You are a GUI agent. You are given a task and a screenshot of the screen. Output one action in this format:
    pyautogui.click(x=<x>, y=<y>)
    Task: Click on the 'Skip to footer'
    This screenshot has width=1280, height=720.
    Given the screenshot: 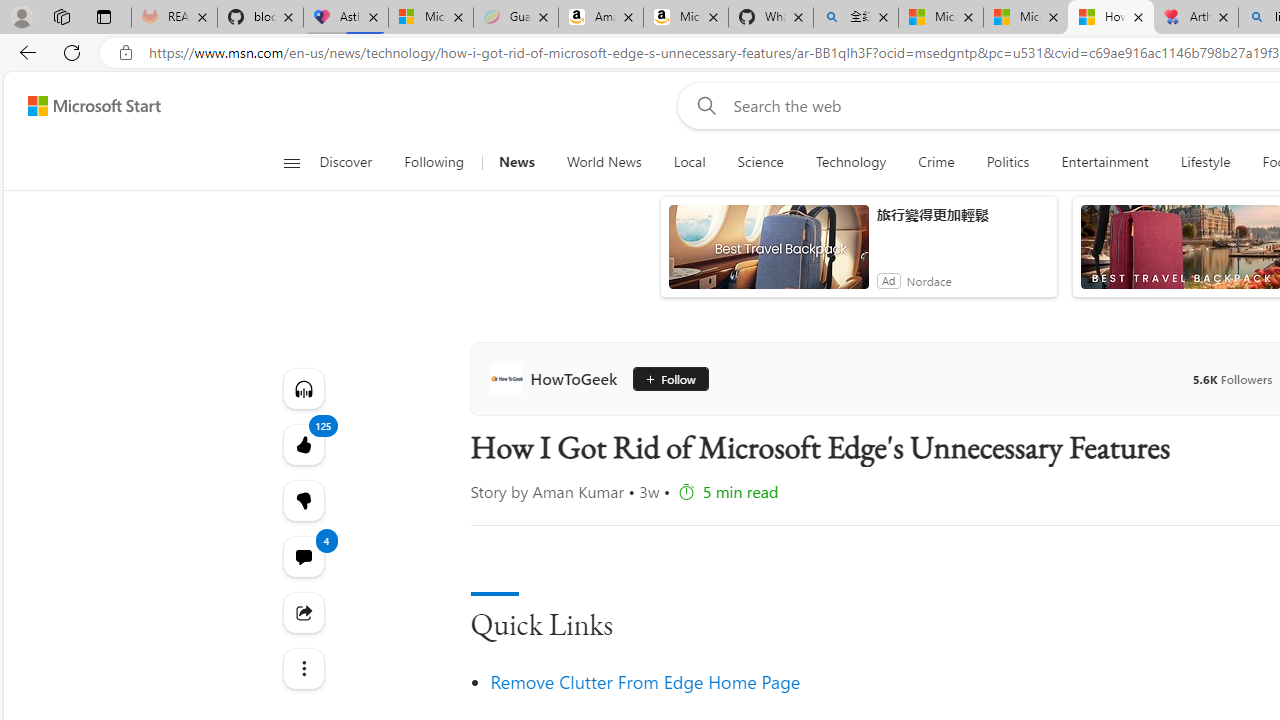 What is the action you would take?
    pyautogui.click(x=81, y=105)
    